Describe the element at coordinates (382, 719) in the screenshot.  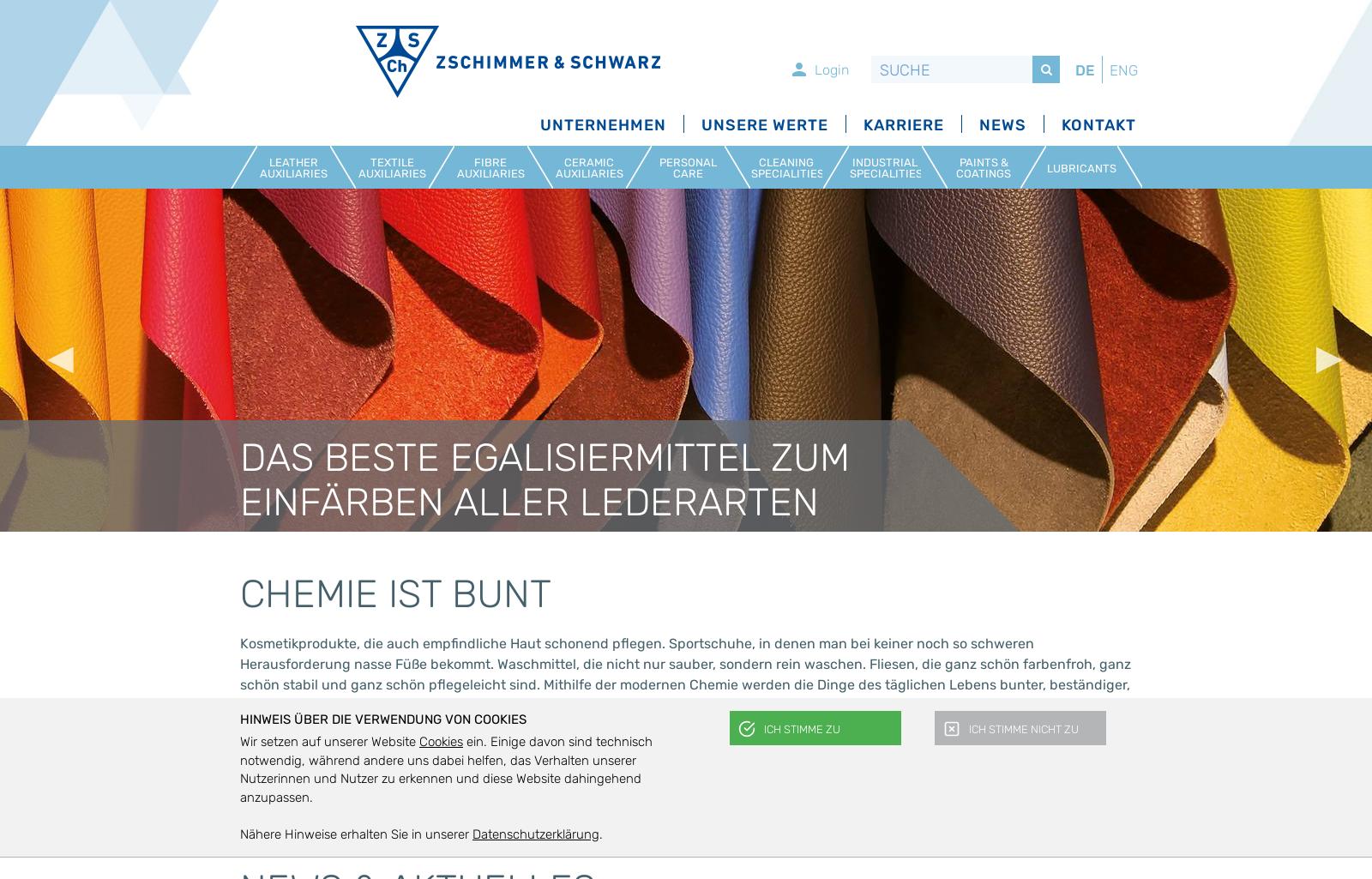
I see `'Hinweis über die Verwendung von Cookies'` at that location.